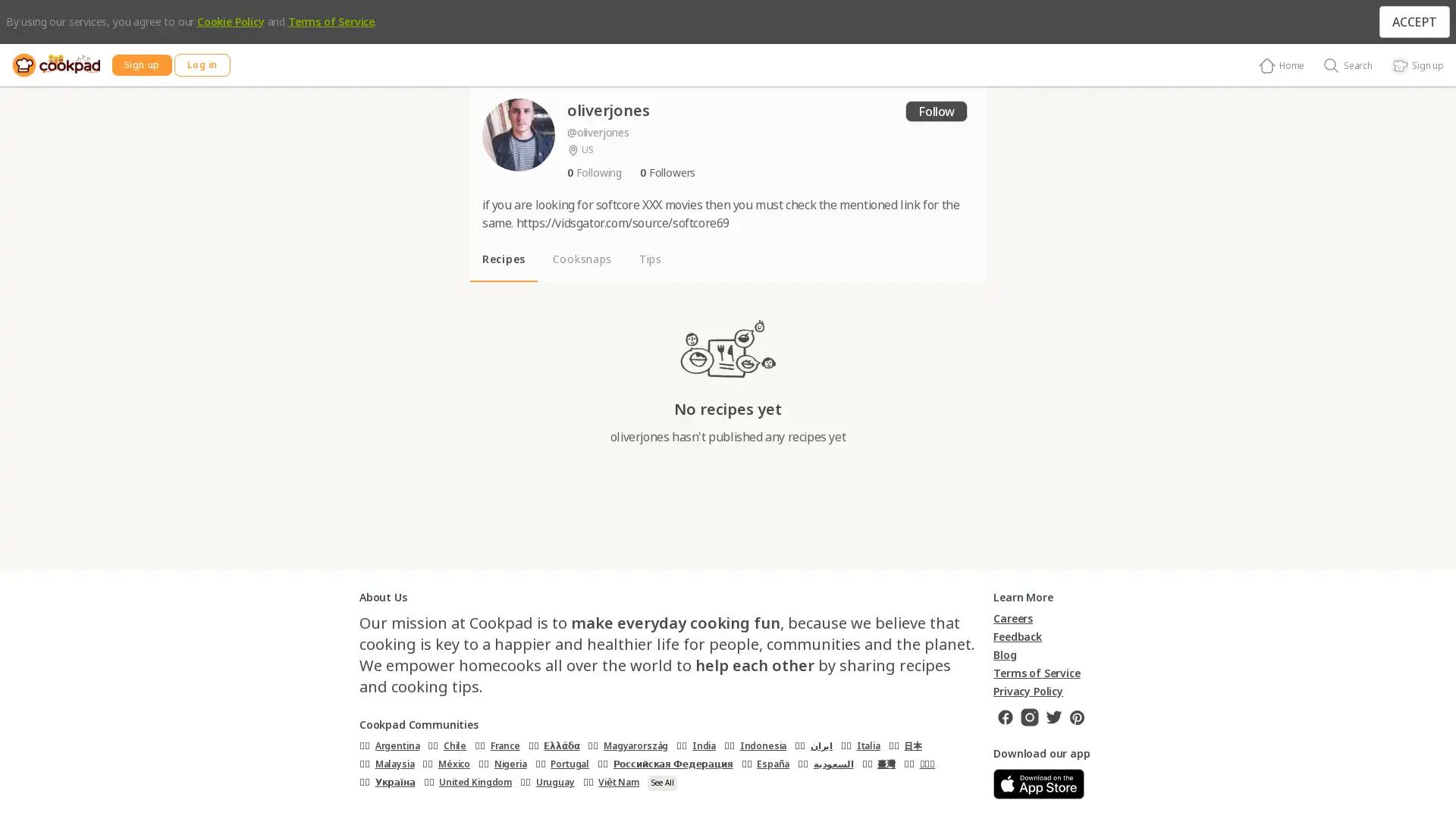 Image resolution: width=1456 pixels, height=819 pixels. What do you see at coordinates (935, 110) in the screenshot?
I see `Follow` at bounding box center [935, 110].